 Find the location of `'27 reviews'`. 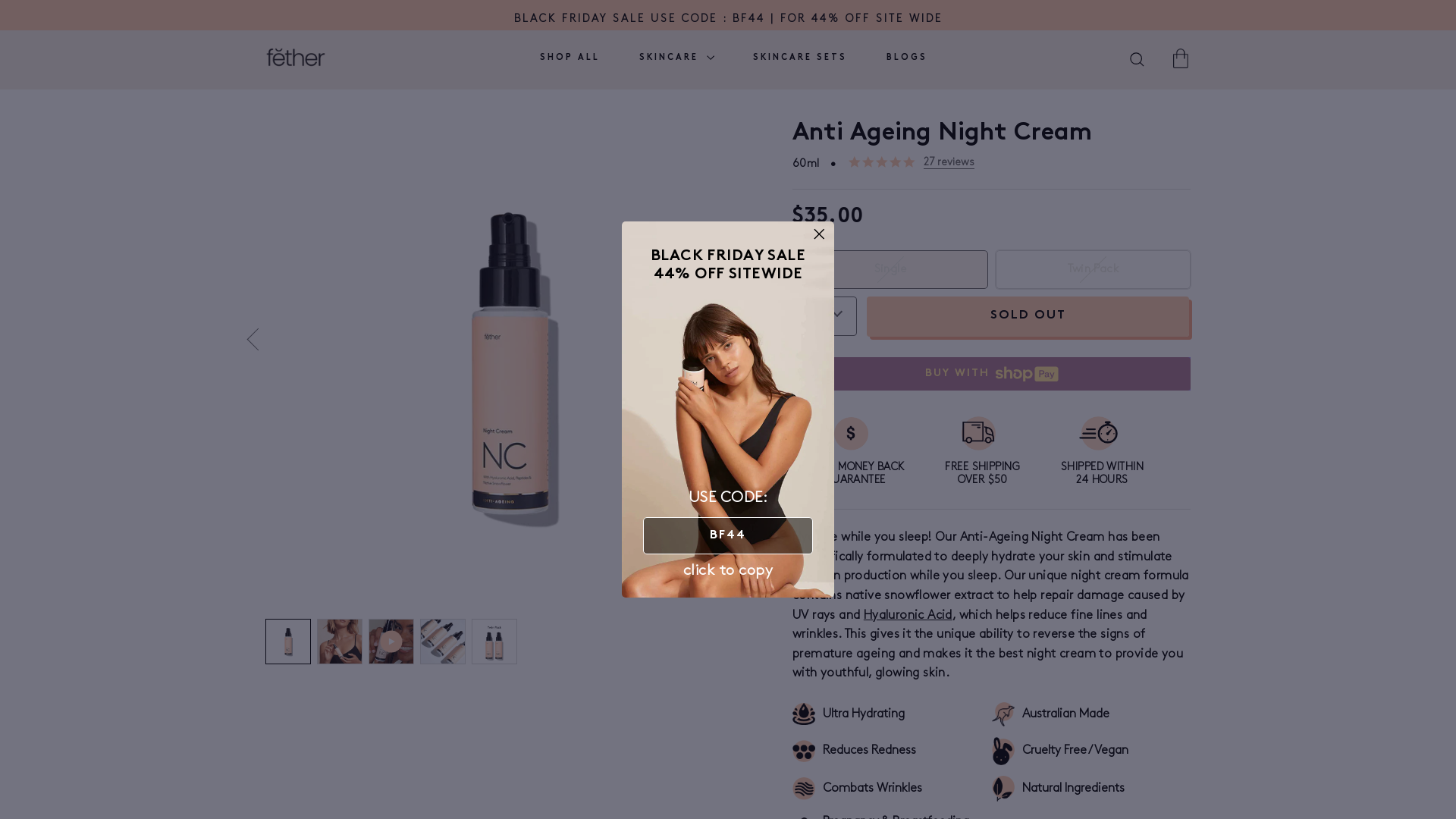

'27 reviews' is located at coordinates (948, 162).